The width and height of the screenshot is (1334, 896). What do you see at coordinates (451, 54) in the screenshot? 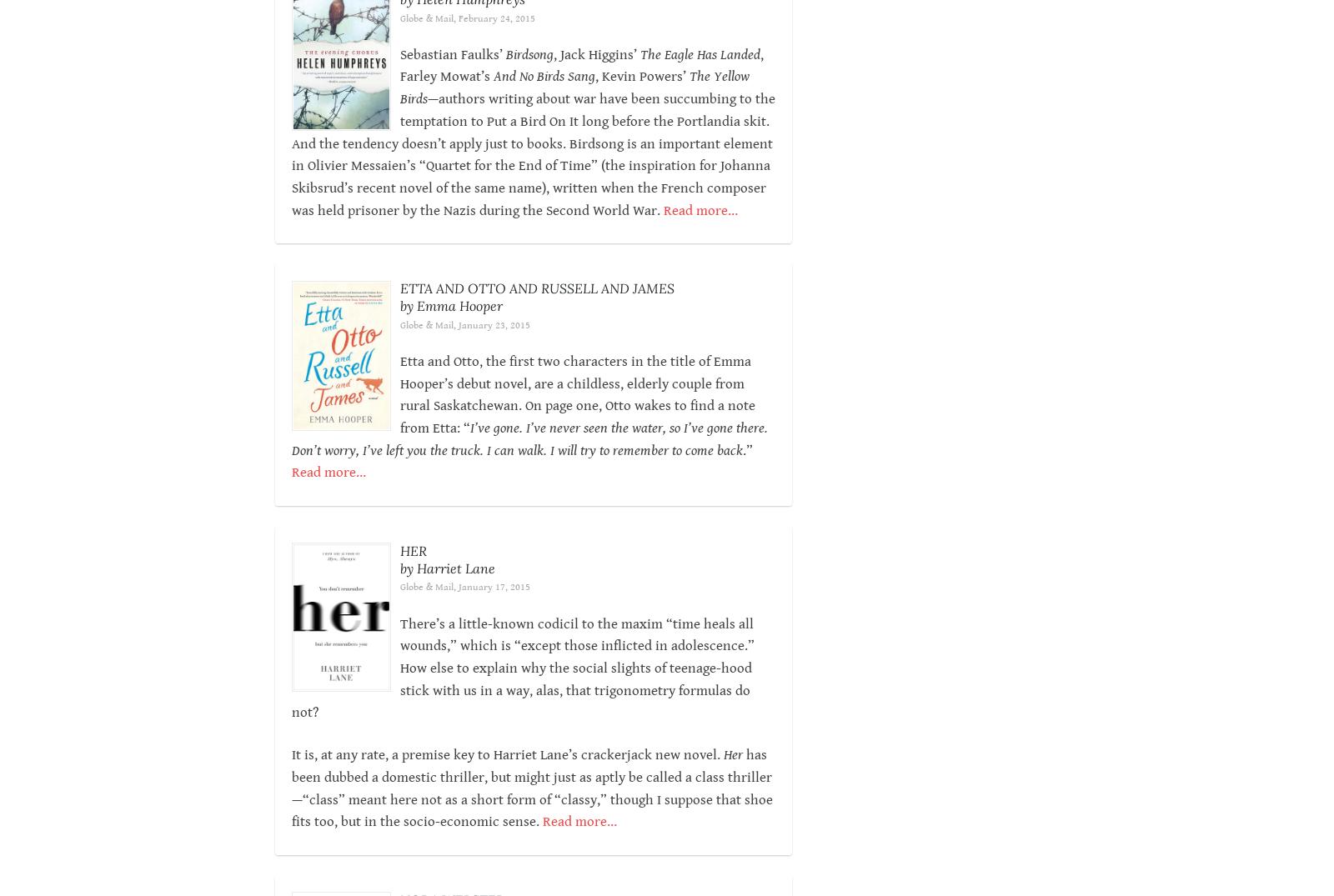
I see `'Sebastian Faulks’'` at bounding box center [451, 54].